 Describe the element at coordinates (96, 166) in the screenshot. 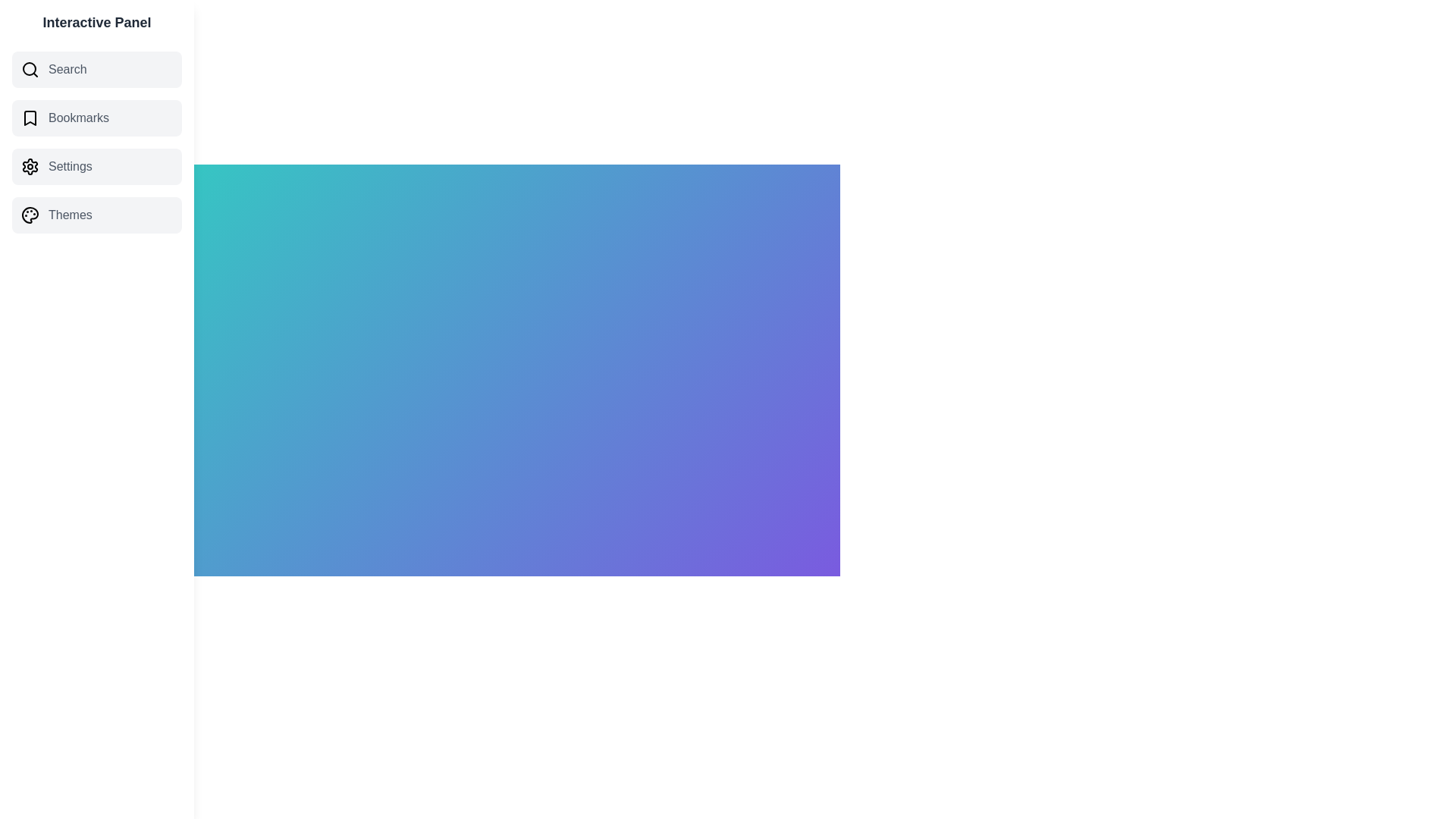

I see `the category Settings from the list` at that location.